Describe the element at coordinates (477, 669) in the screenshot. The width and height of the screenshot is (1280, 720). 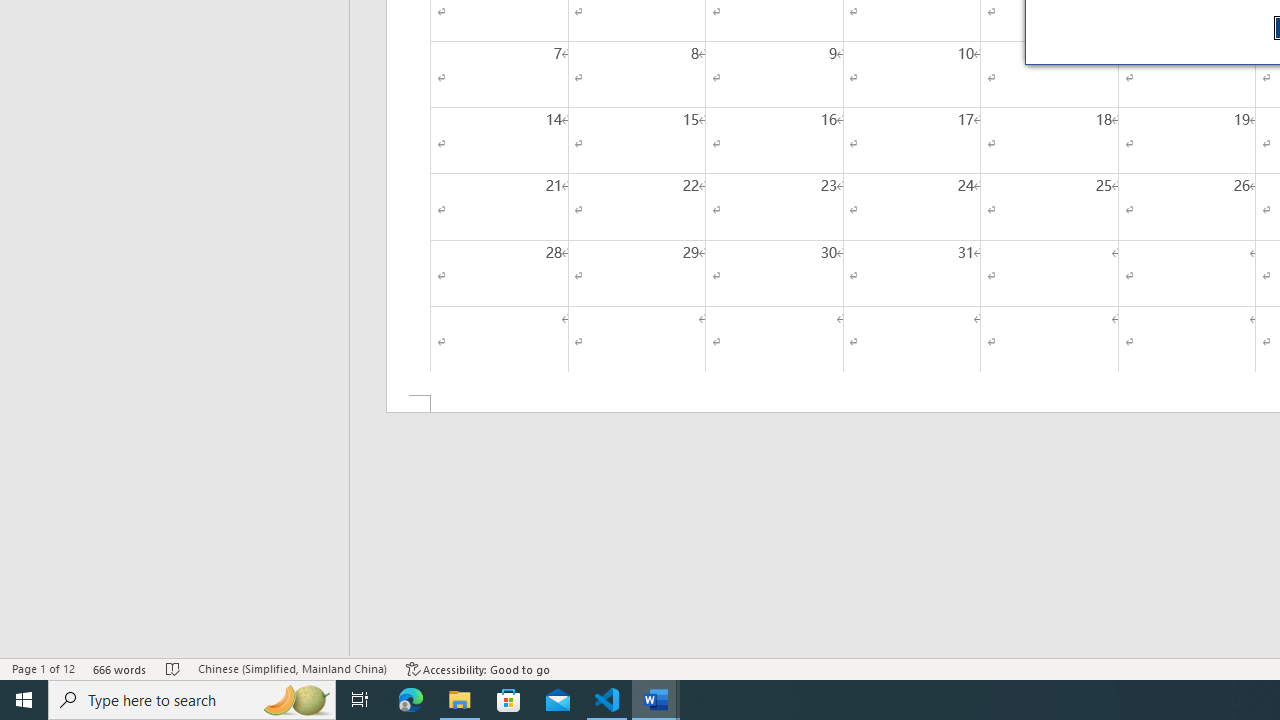
I see `'Accessibility Checker Accessibility: Good to go'` at that location.